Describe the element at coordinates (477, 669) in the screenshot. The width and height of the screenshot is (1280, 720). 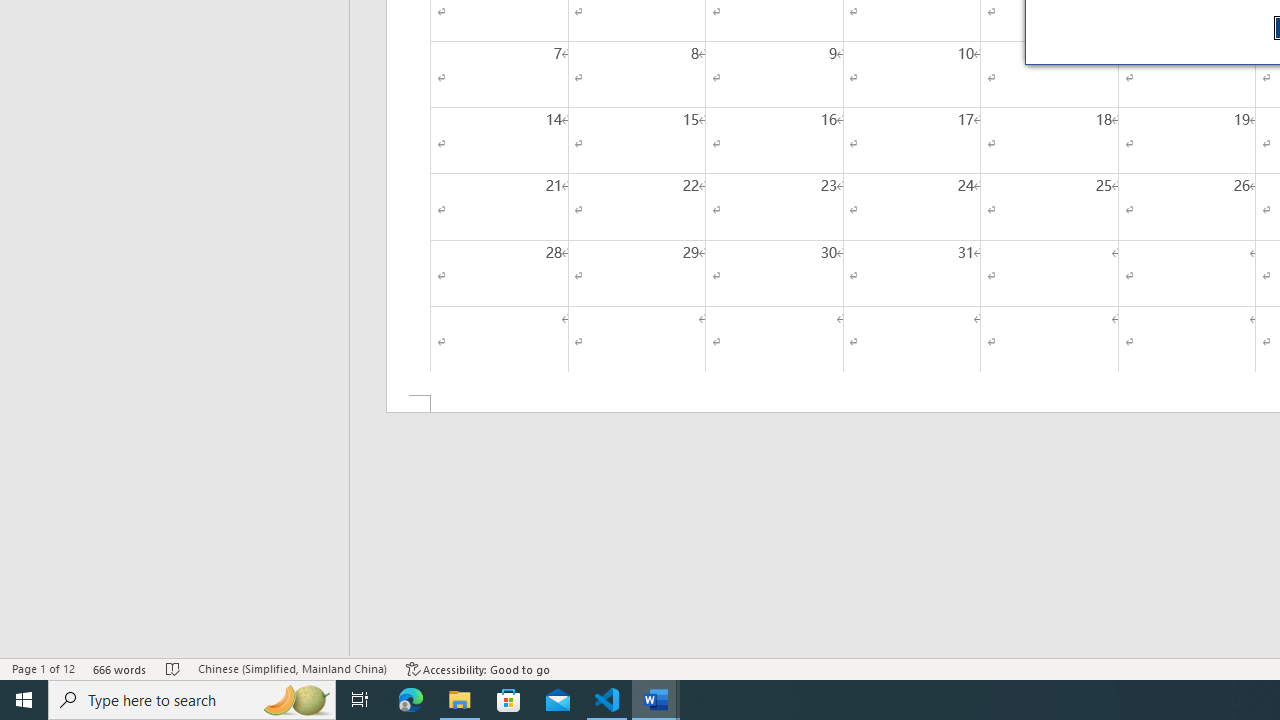
I see `'Accessibility Checker Accessibility: Good to go'` at that location.